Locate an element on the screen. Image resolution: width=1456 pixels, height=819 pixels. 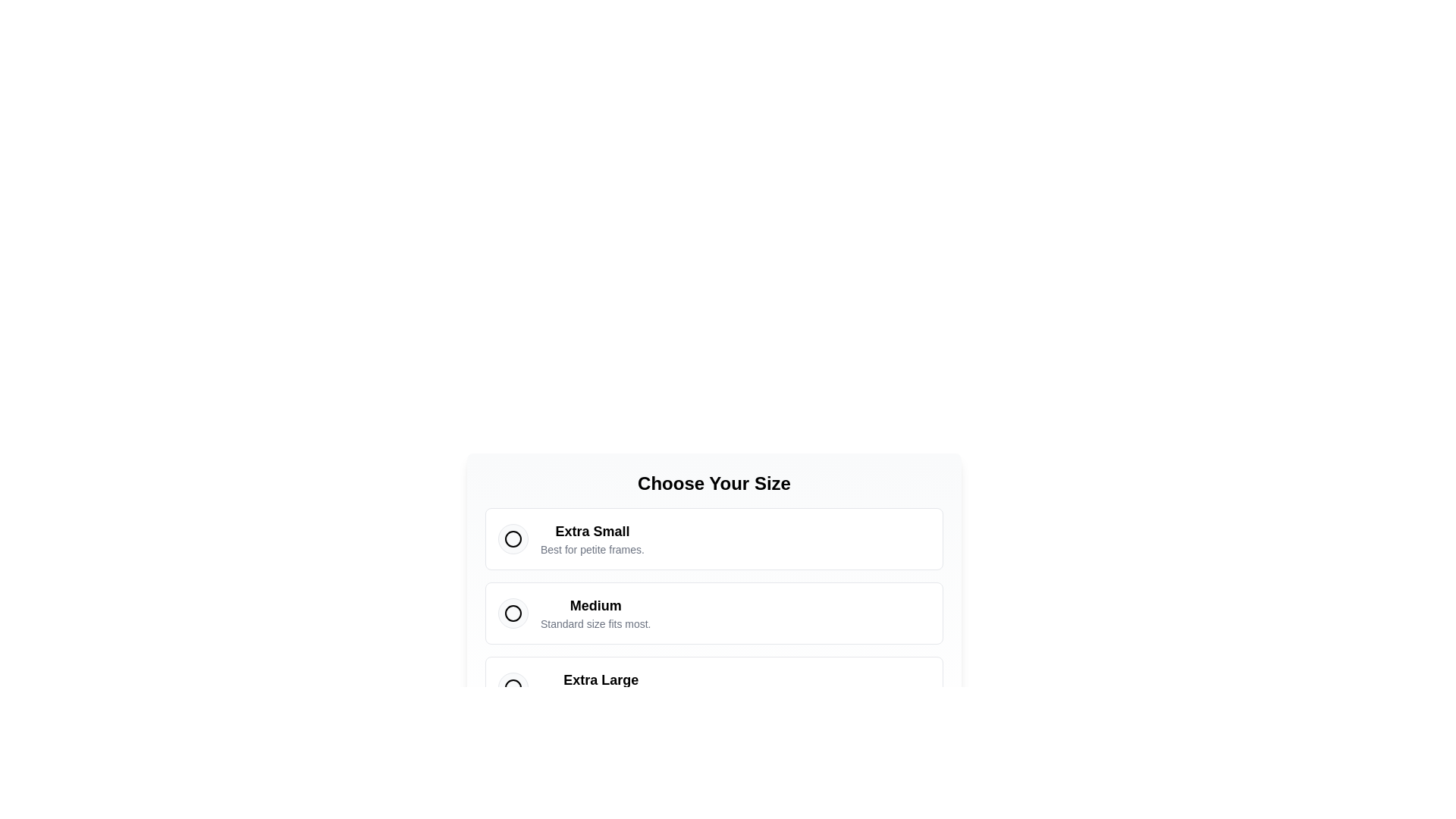
the 'Extra Large' size option icon, which is positioned to the far left of the text 'Extra Large' in the selection dialog is located at coordinates (513, 687).